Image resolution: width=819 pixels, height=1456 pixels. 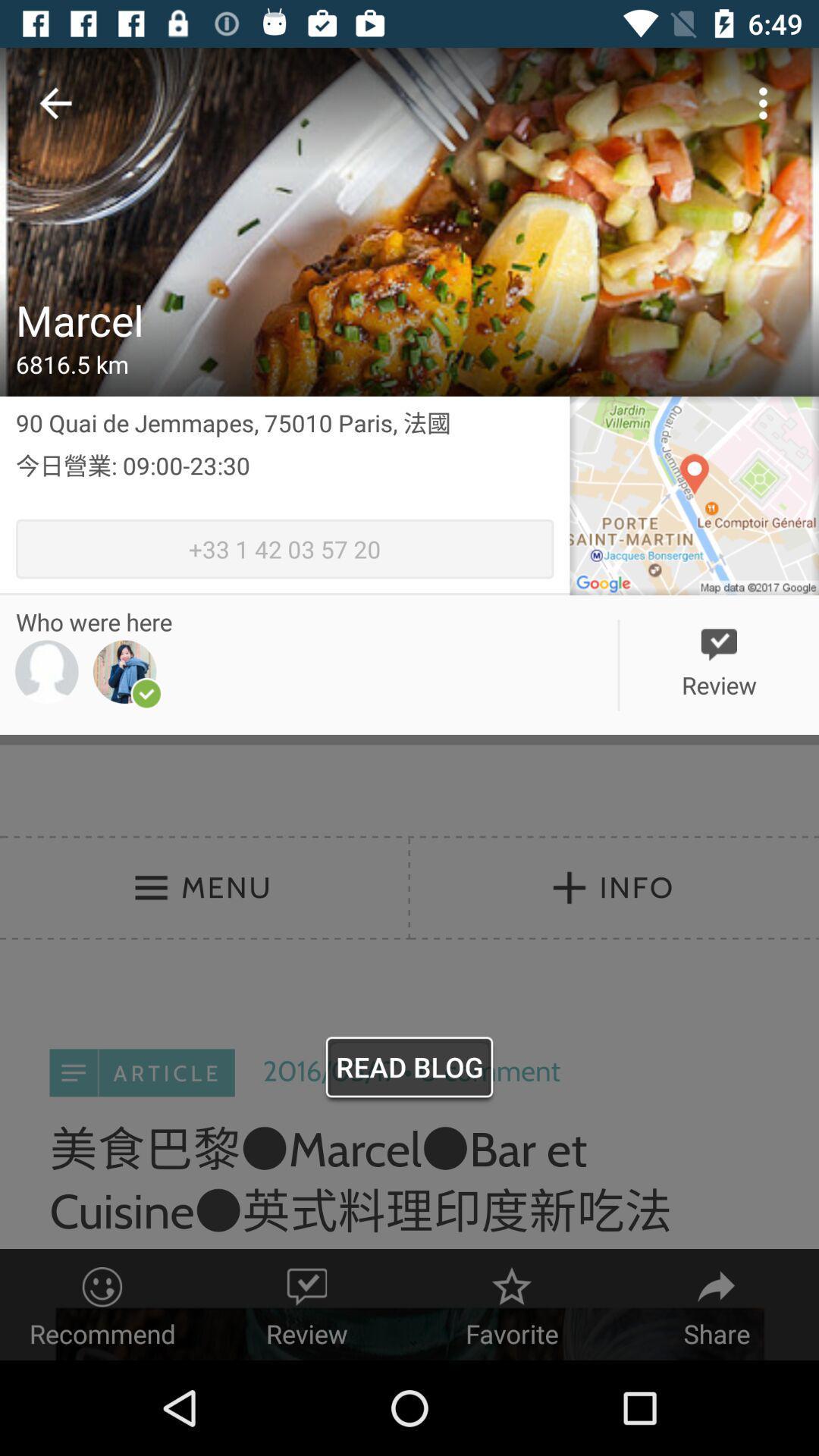 What do you see at coordinates (284, 422) in the screenshot?
I see `90 quai de item` at bounding box center [284, 422].